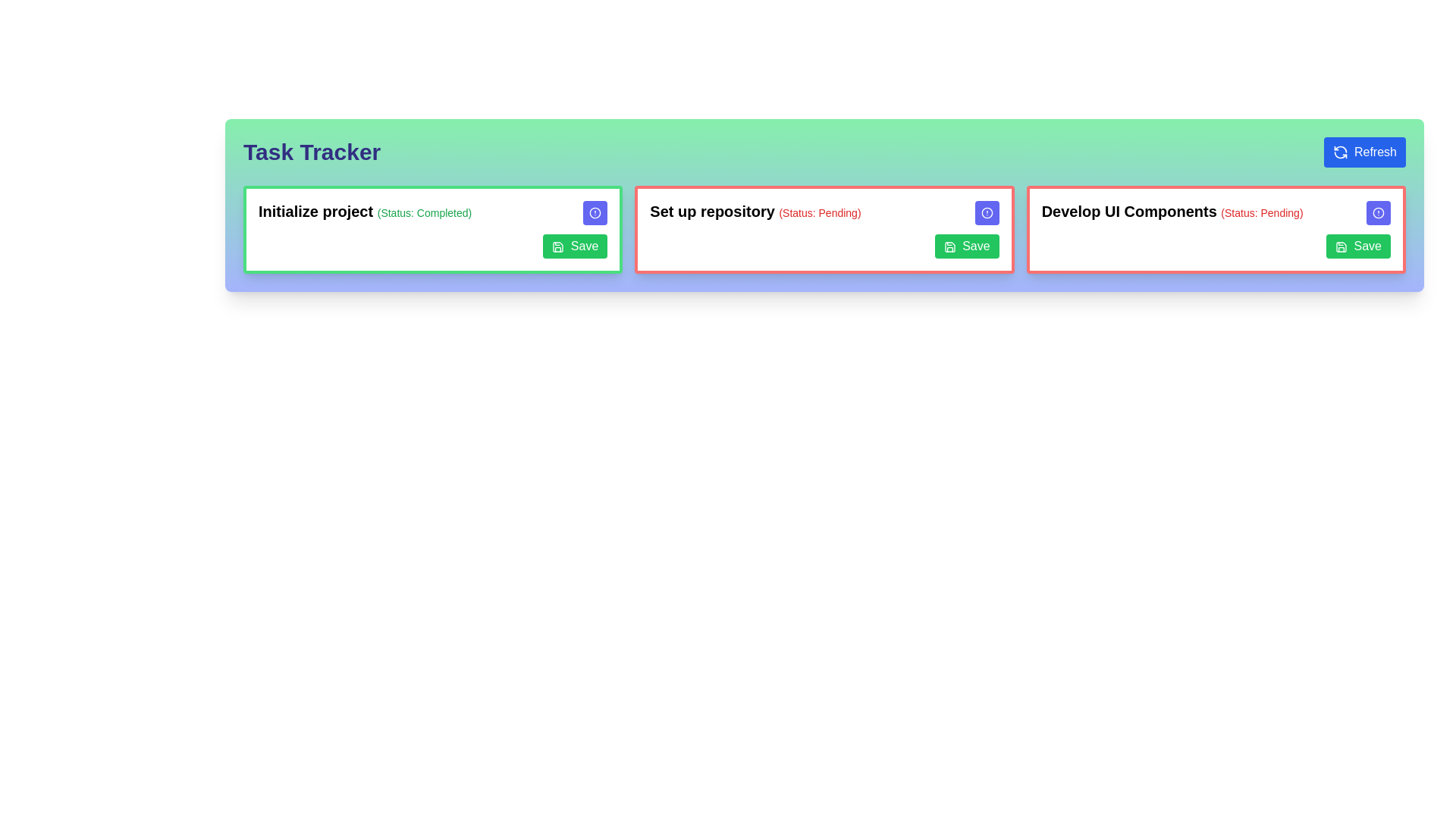 This screenshot has height=819, width=1456. Describe the element at coordinates (365, 213) in the screenshot. I see `the text label that serves as a header for the task 'Initialize project', located in the upper-central part of the first task card on the left side of the task tracker` at that location.